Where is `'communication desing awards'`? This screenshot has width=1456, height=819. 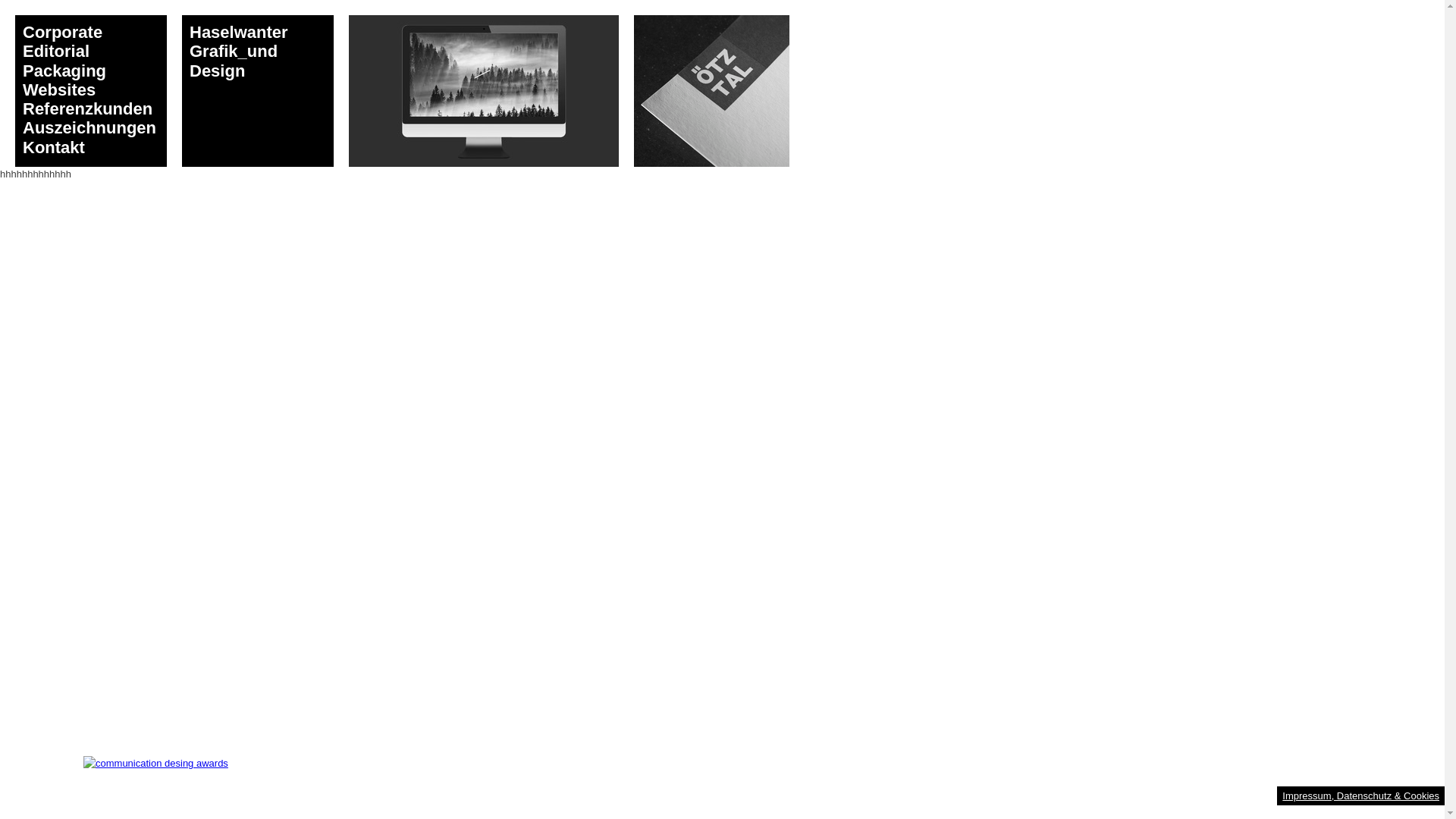
'communication desing awards' is located at coordinates (155, 763).